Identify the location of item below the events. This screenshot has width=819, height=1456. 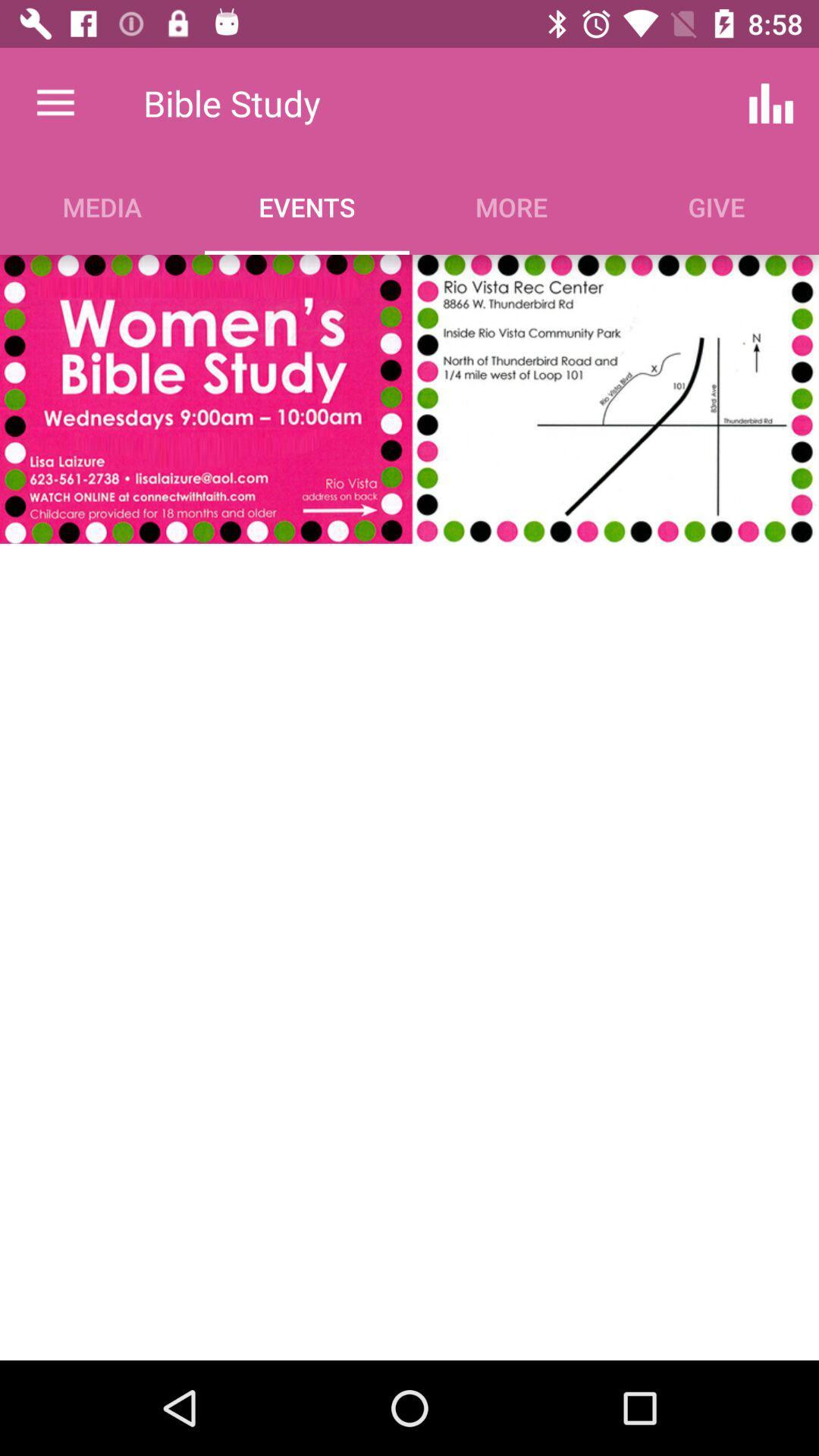
(408, 399).